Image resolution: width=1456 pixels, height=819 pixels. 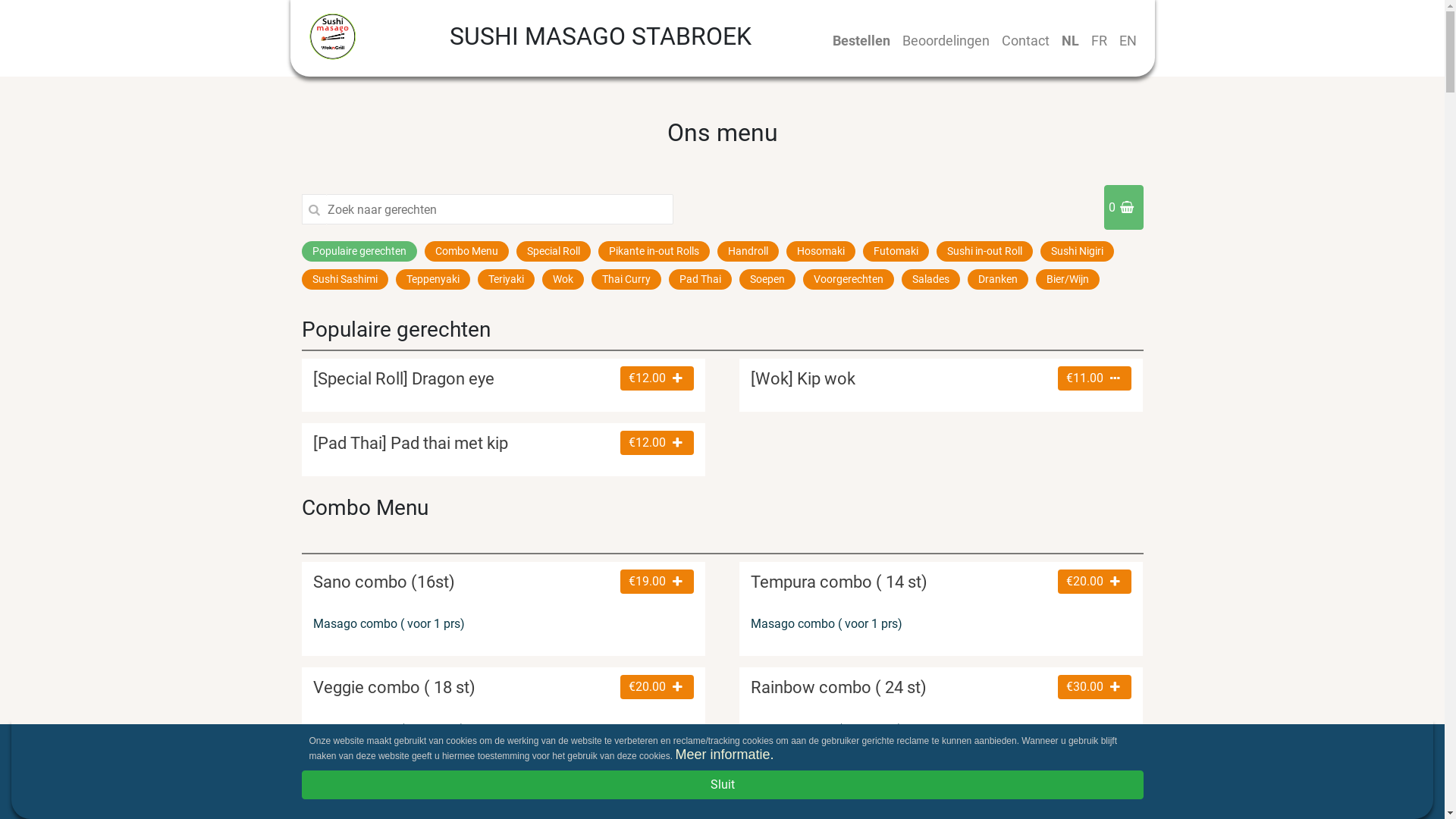 What do you see at coordinates (723, 755) in the screenshot?
I see `'Meer informatie.'` at bounding box center [723, 755].